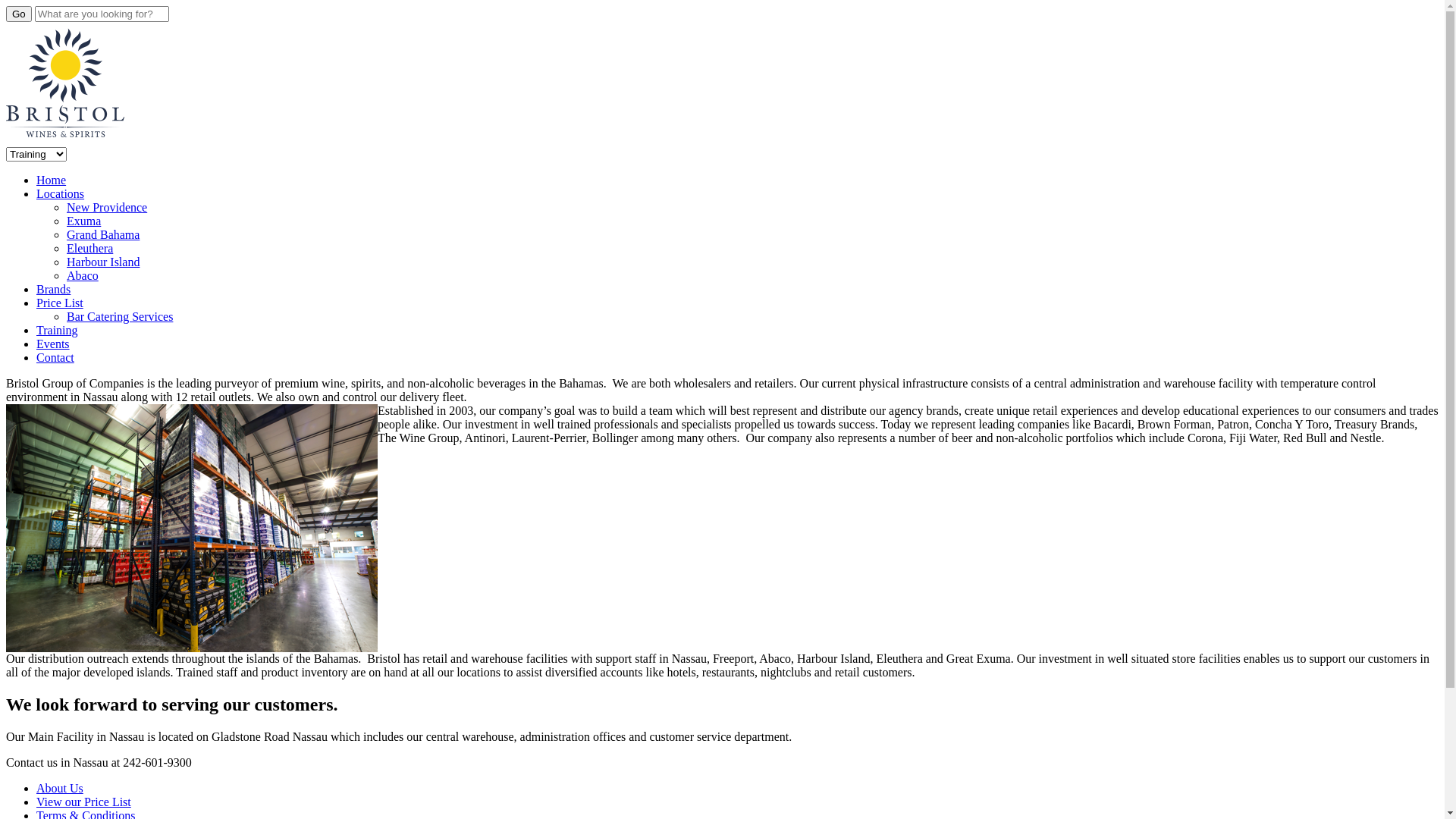 The image size is (1456, 819). What do you see at coordinates (83, 801) in the screenshot?
I see `'View our Price List'` at bounding box center [83, 801].